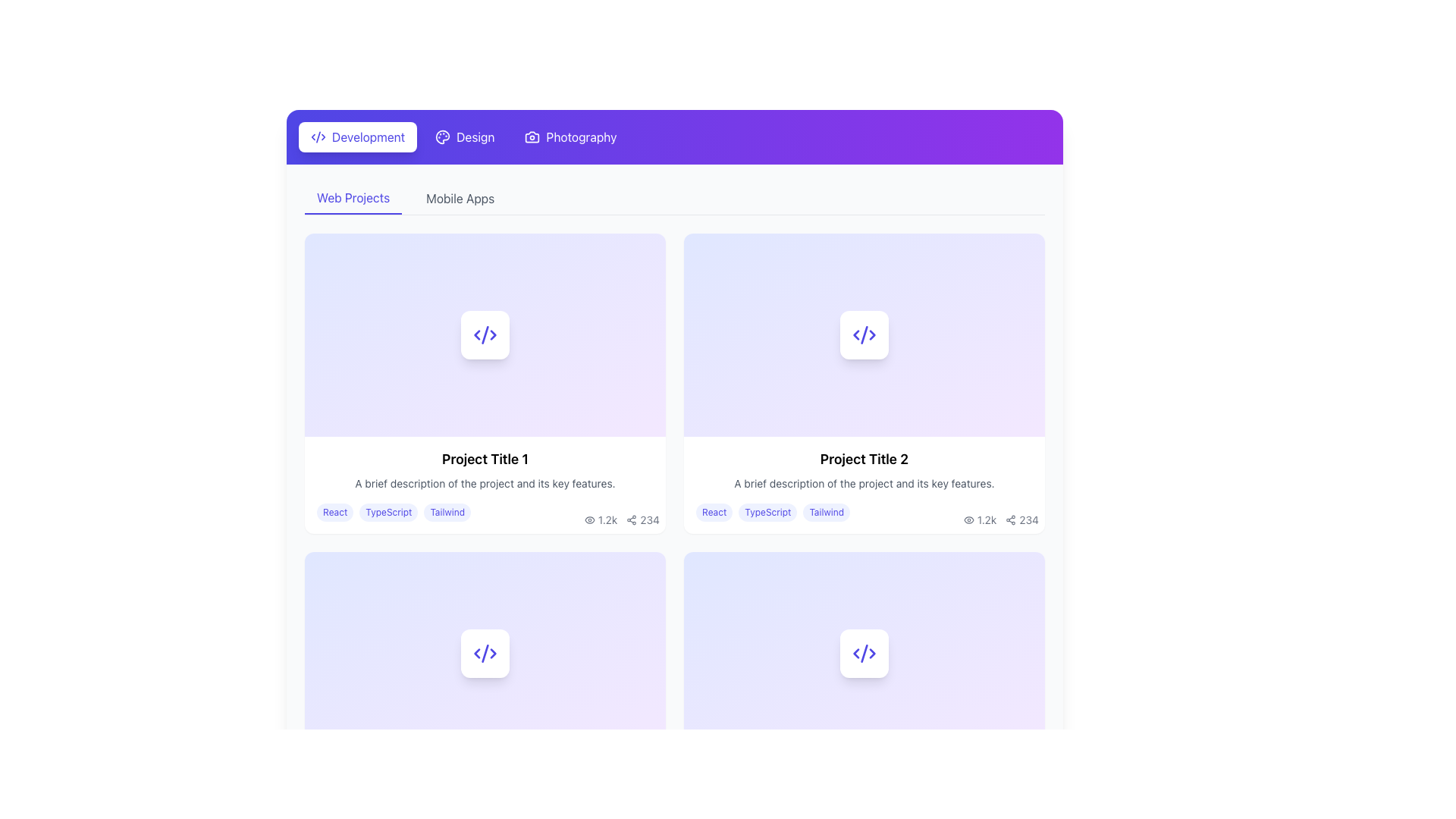 Image resolution: width=1456 pixels, height=819 pixels. I want to click on the 'Mobile Apps' text link in the horizontal navigation bar, so click(459, 198).